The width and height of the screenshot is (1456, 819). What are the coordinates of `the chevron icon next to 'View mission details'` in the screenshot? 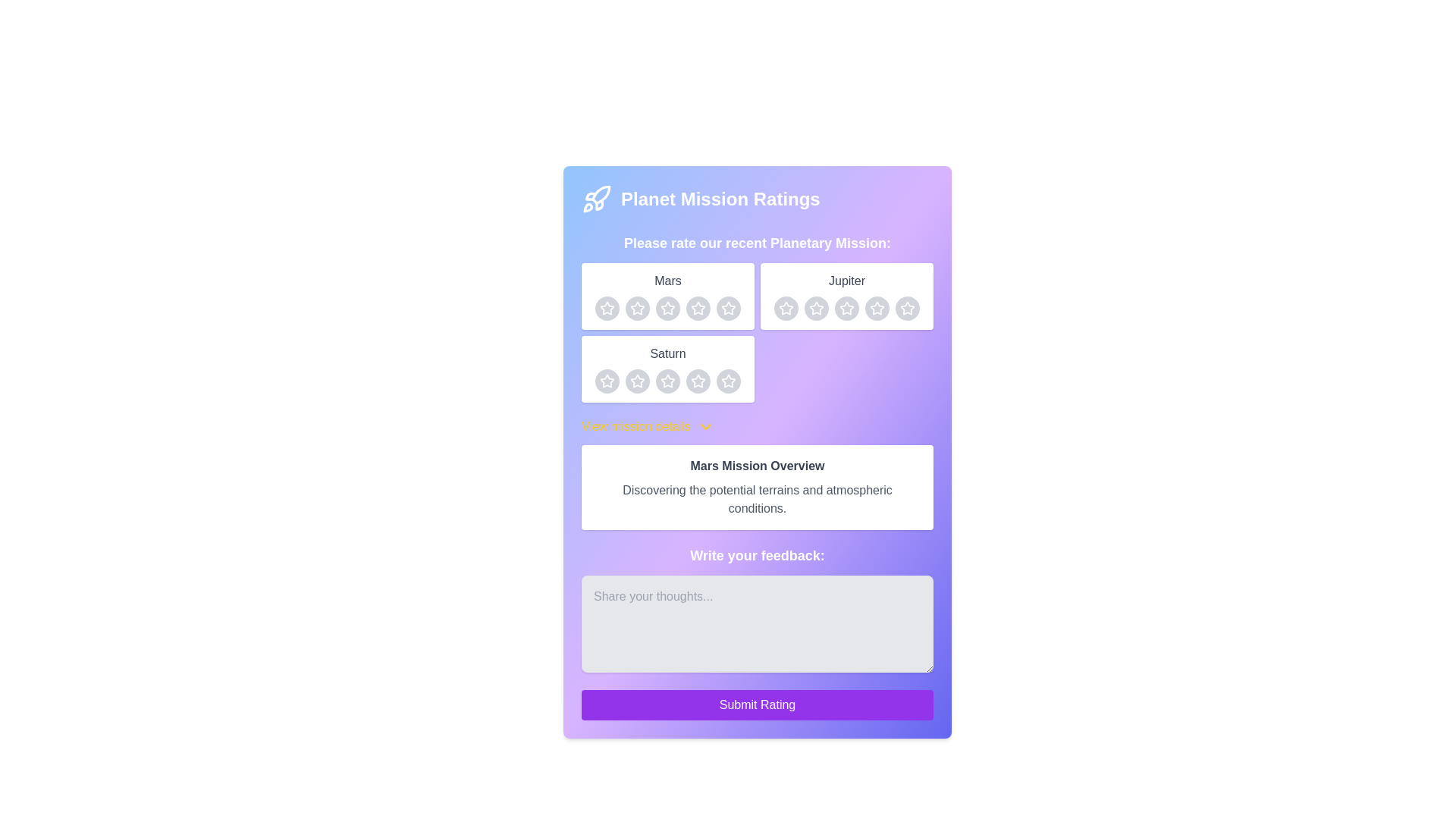 It's located at (704, 427).